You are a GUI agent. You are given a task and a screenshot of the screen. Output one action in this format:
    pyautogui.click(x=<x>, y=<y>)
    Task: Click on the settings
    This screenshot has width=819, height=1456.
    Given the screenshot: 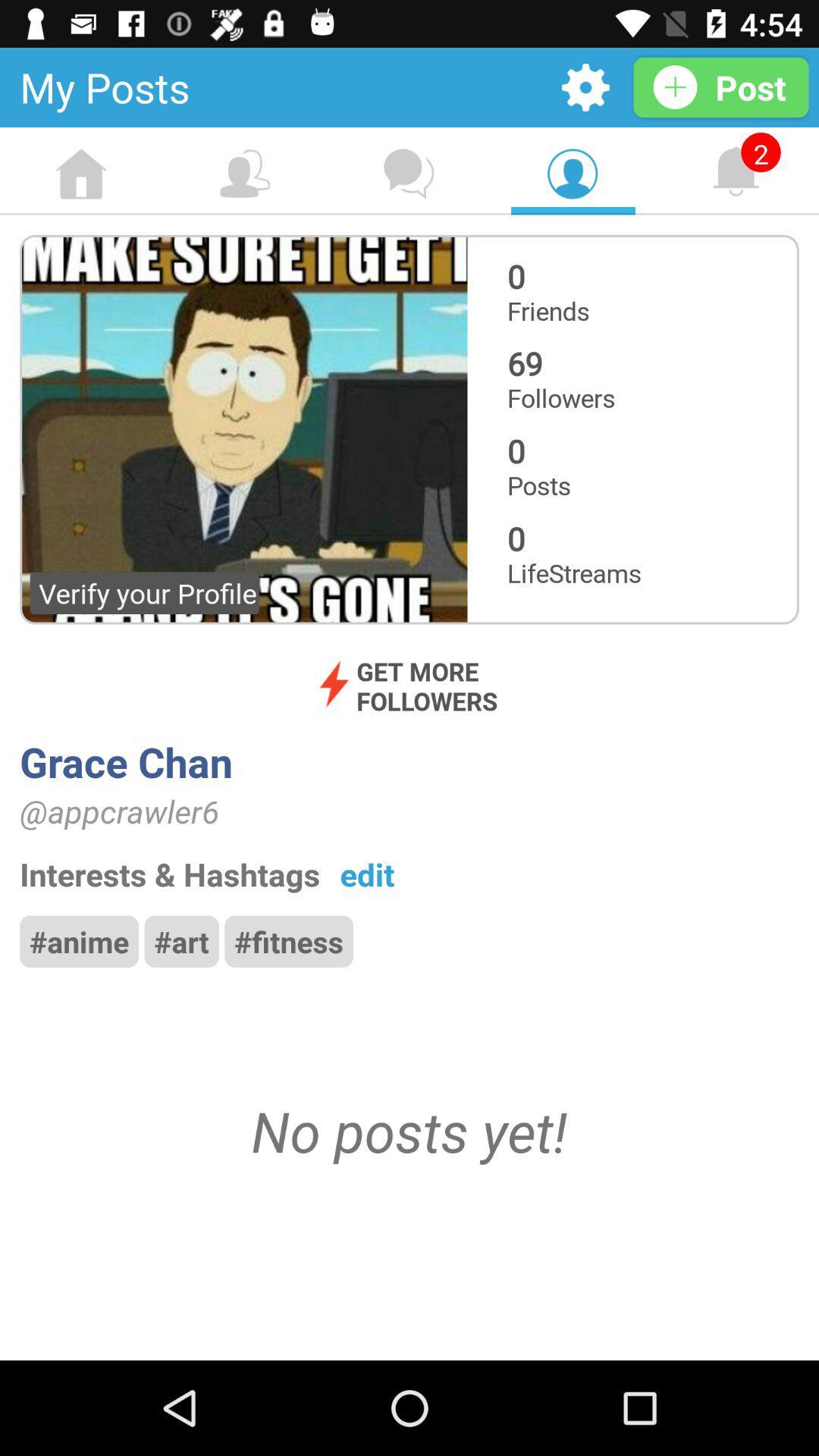 What is the action you would take?
    pyautogui.click(x=585, y=86)
    